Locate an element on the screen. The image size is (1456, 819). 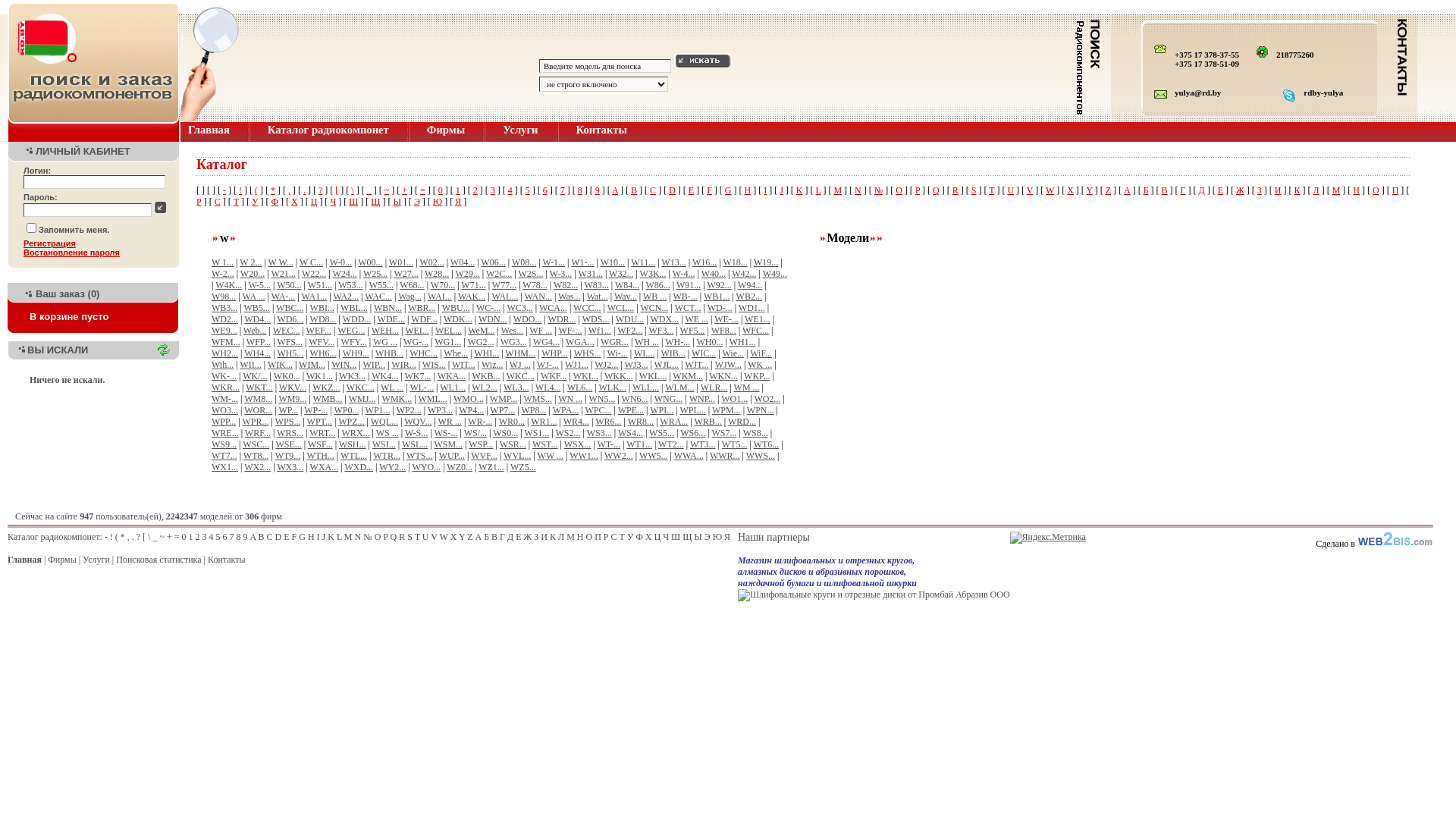
'K' is located at coordinates (795, 189).